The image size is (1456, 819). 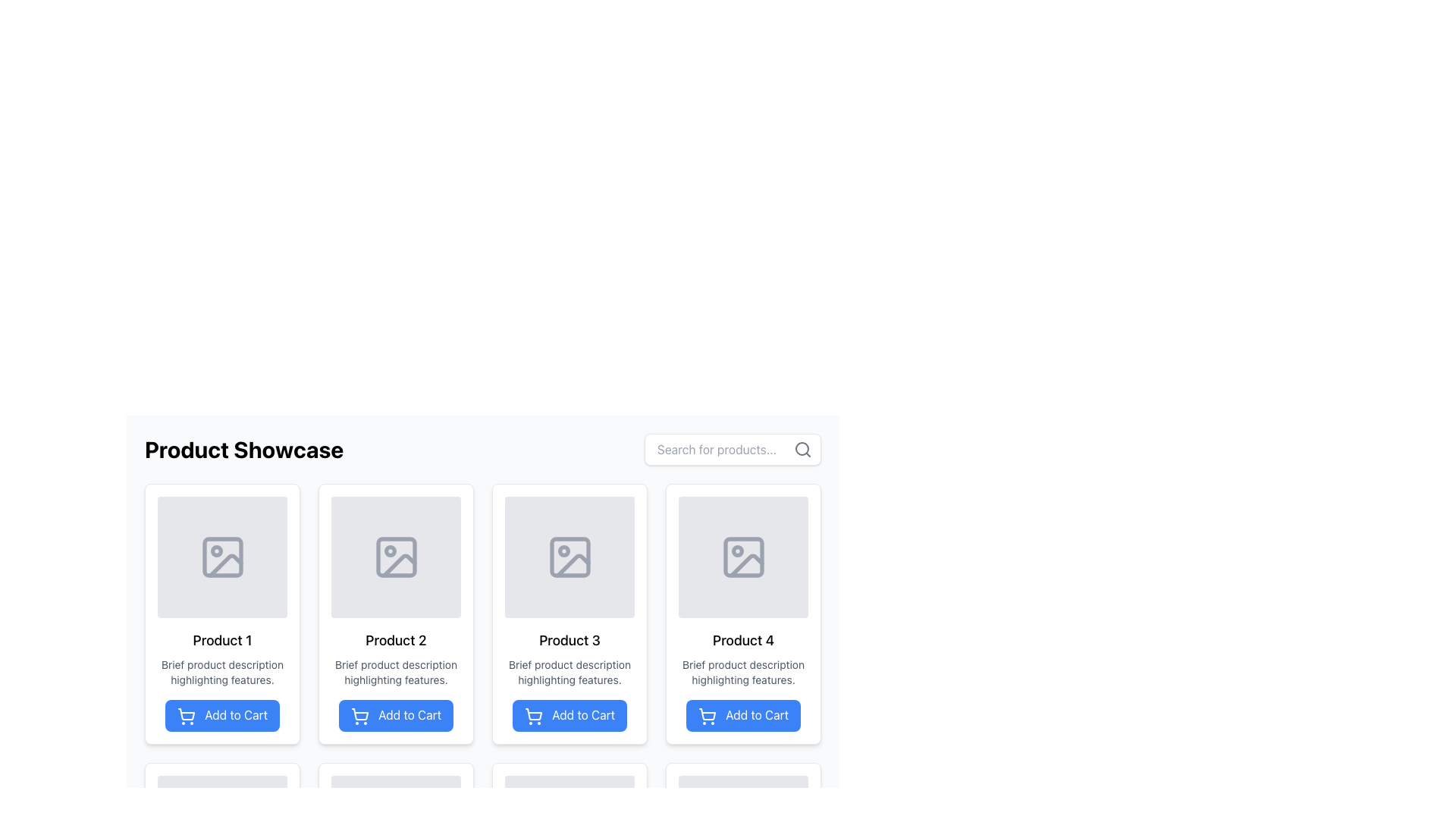 What do you see at coordinates (221, 715) in the screenshot?
I see `the 'Add to Cart' button for Product 1, located beneath the product description in the first product card on the left side of the grid layout` at bounding box center [221, 715].